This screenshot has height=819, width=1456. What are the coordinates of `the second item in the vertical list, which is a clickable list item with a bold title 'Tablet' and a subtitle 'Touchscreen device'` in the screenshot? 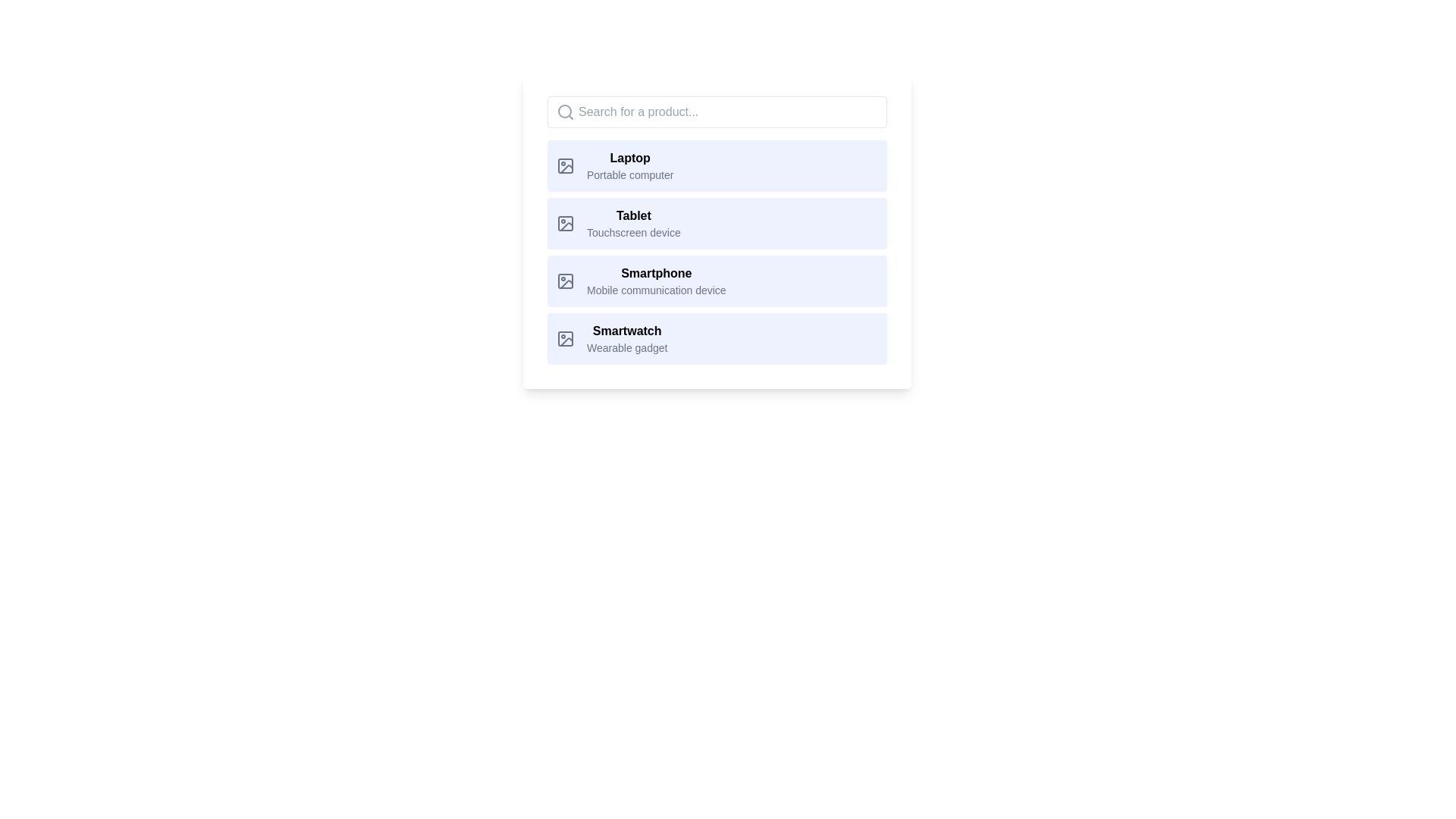 It's located at (716, 223).